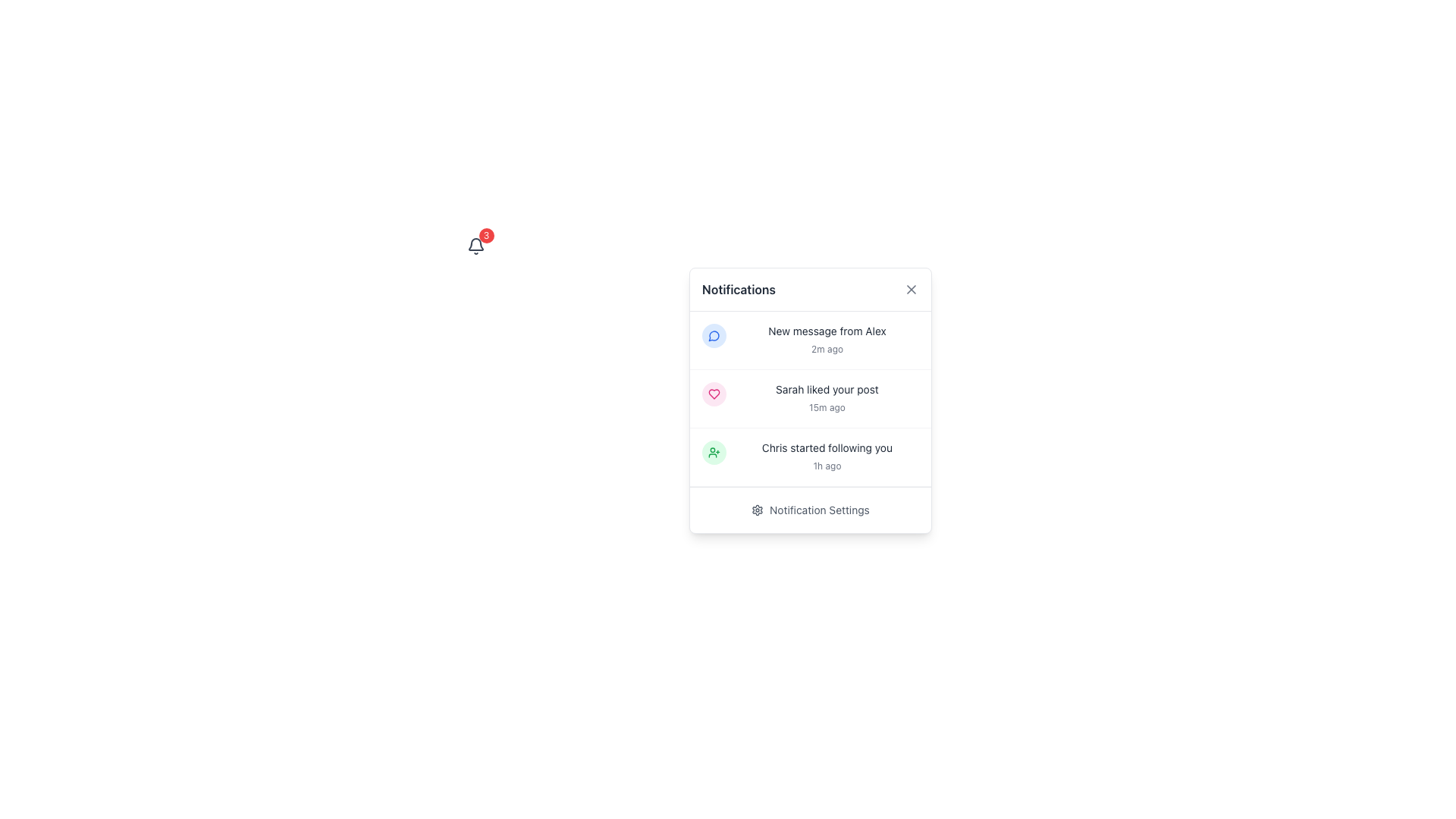  I want to click on the circular icon with a stylized heart symbol inside, which has a pink background and is located to the left of the notification text 'Sarah liked your post', so click(713, 394).